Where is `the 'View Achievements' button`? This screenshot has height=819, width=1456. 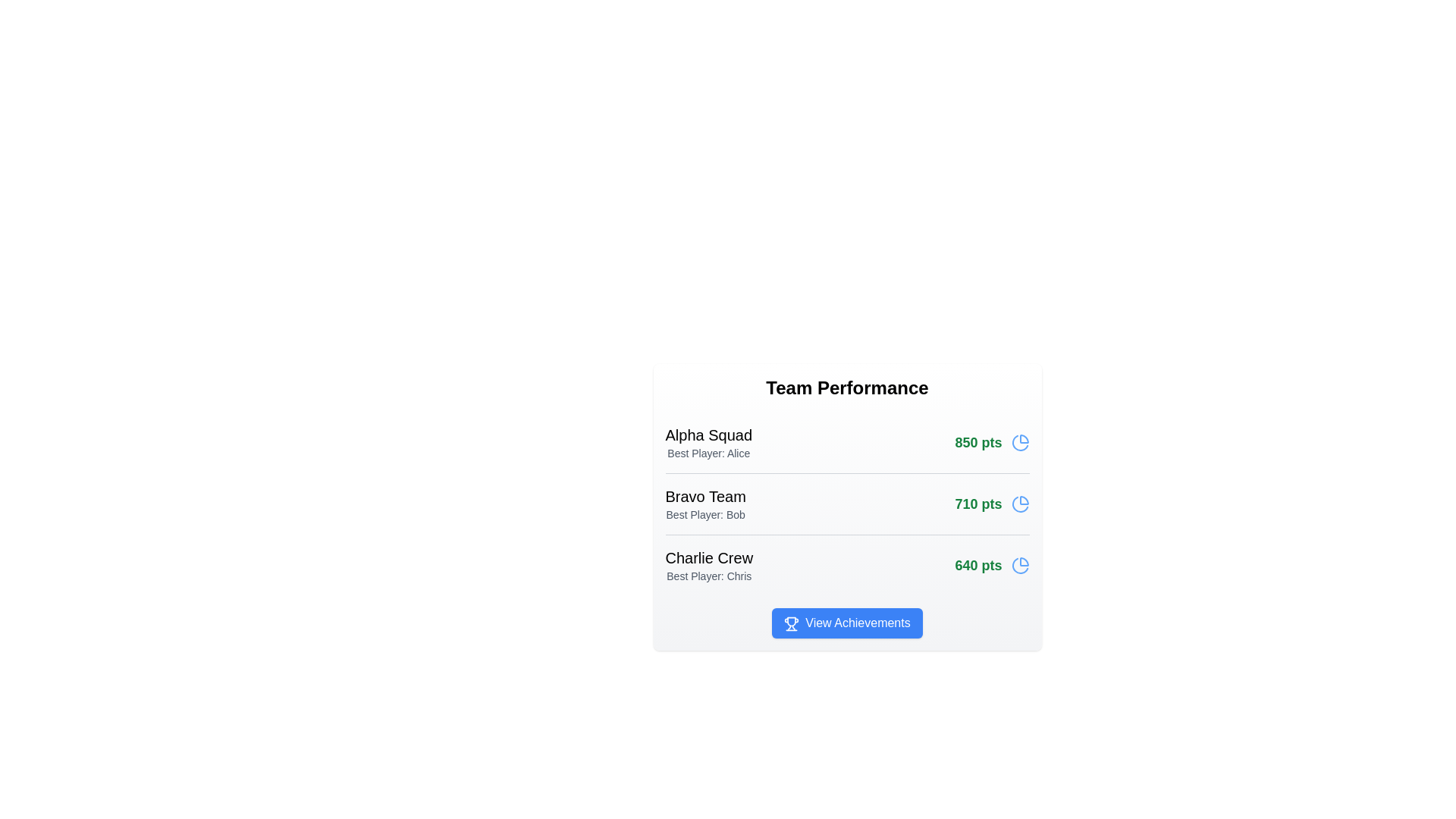 the 'View Achievements' button is located at coordinates (846, 623).